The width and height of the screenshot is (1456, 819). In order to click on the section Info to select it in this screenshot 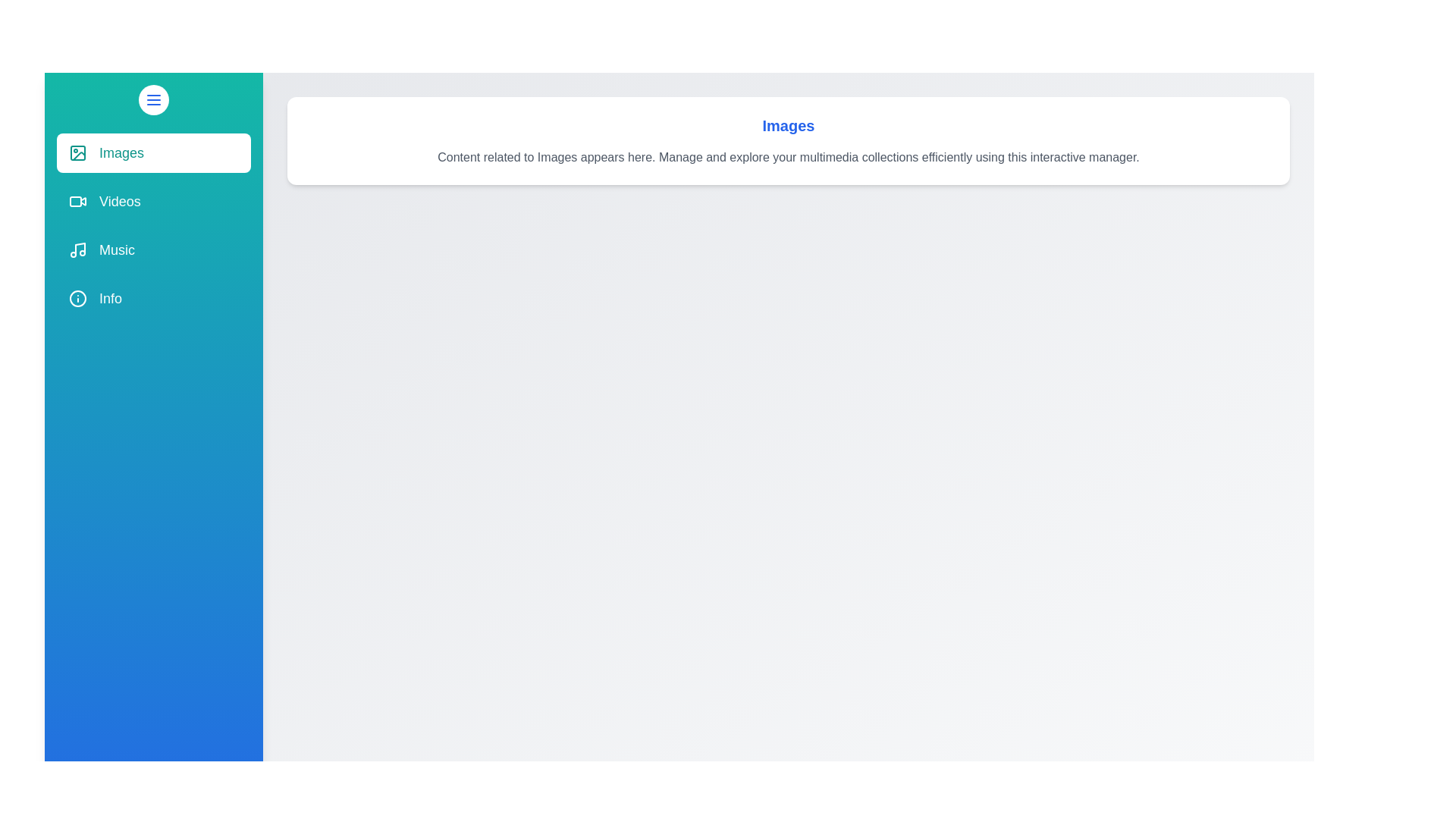, I will do `click(153, 298)`.